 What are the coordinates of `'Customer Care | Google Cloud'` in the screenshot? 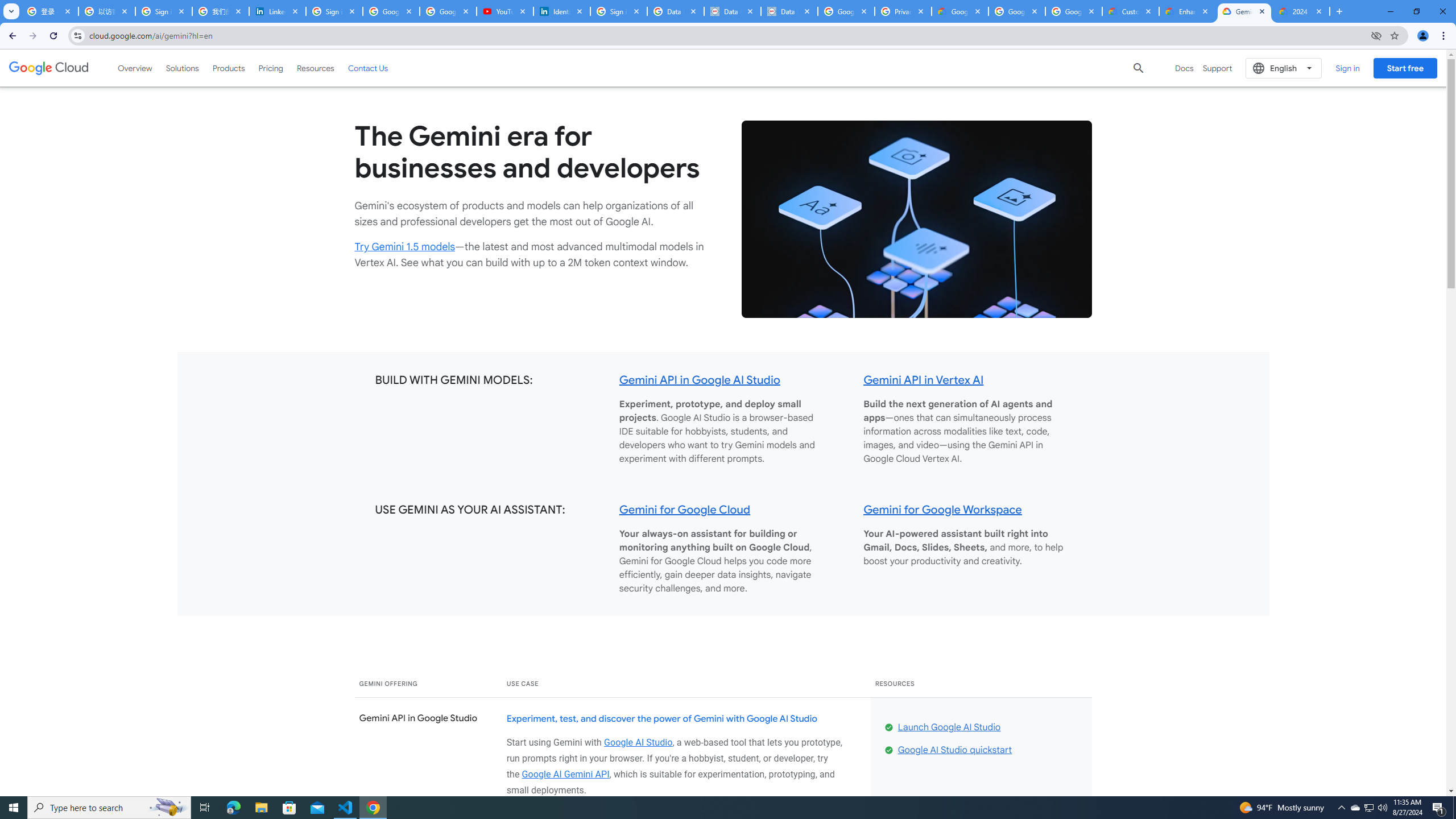 It's located at (1131, 11).